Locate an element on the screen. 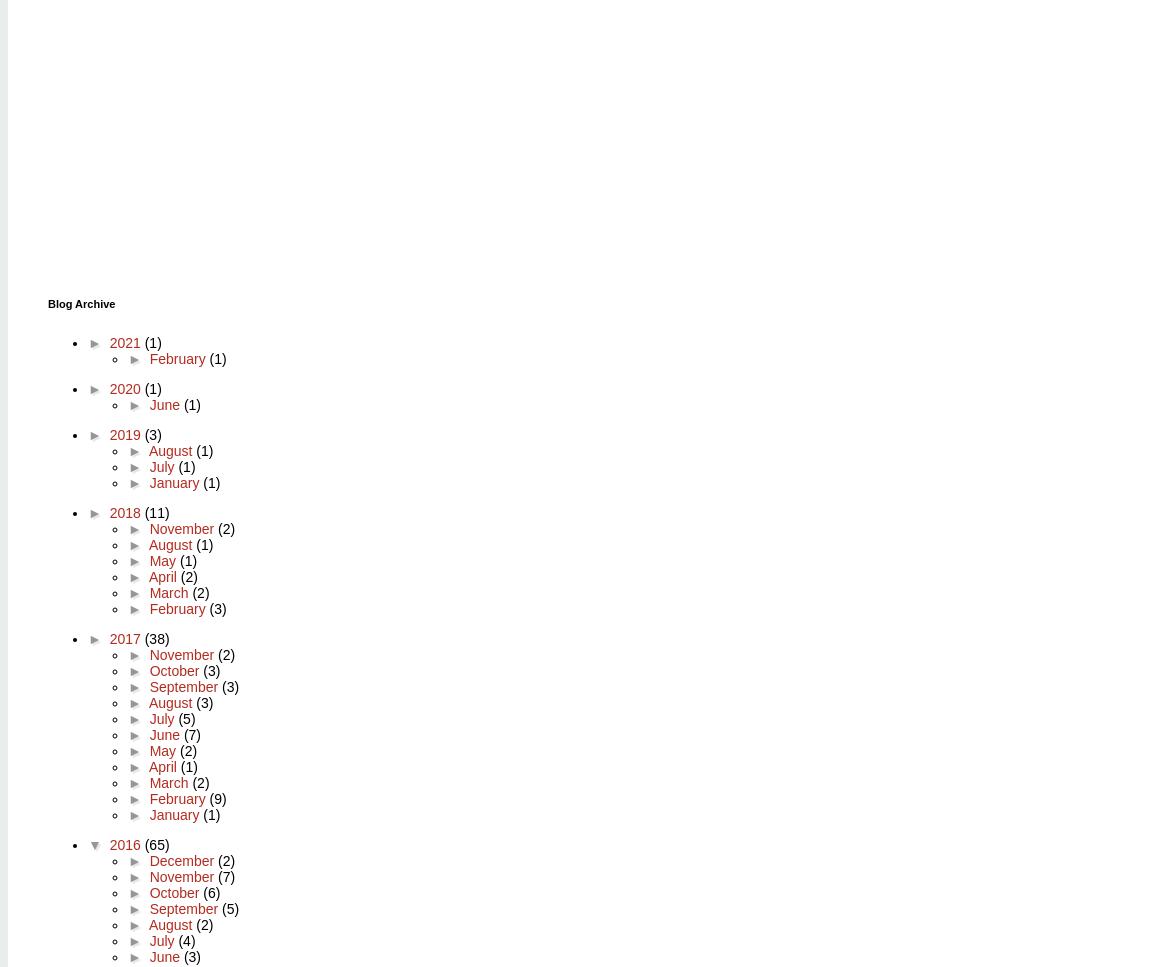 Image resolution: width=1158 pixels, height=967 pixels. '2021' is located at coordinates (108, 341).